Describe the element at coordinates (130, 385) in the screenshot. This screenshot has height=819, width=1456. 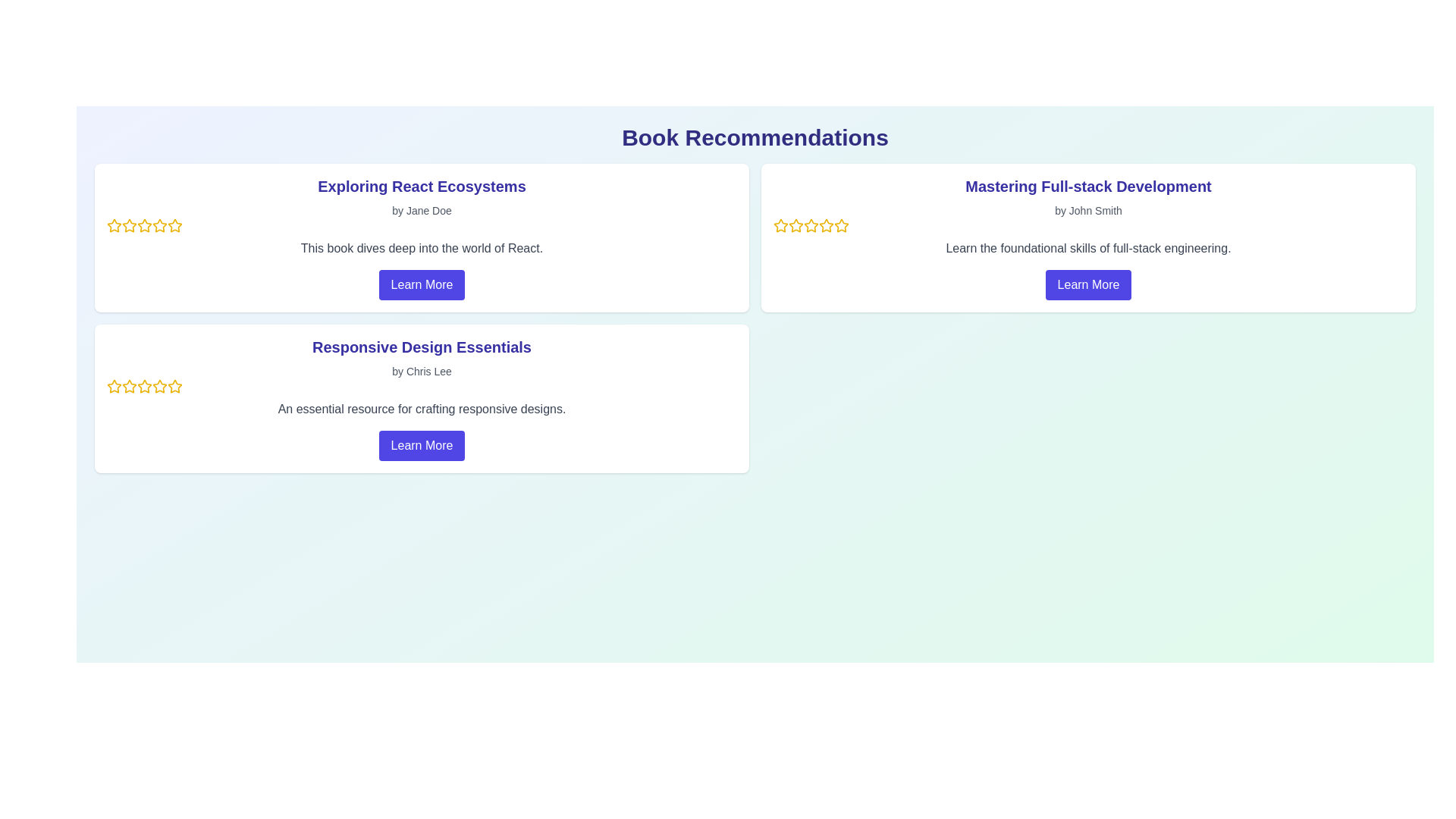
I see `the second yellow star graphic in the rating scale of the 'Responsive Design Essentials' card` at that location.